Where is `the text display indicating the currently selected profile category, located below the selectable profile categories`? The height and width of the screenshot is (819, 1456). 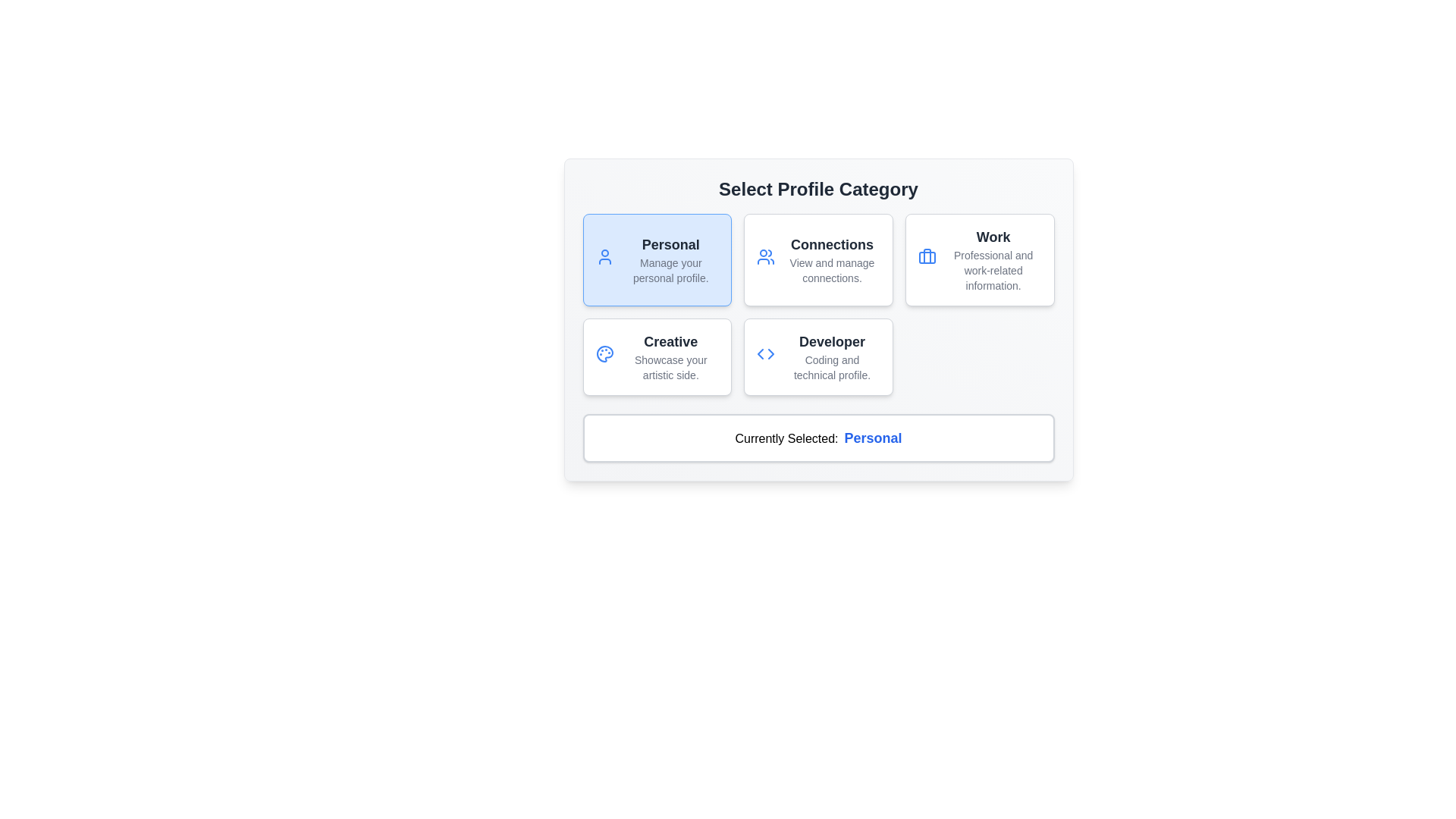
the text display indicating the currently selected profile category, located below the selectable profile categories is located at coordinates (817, 438).